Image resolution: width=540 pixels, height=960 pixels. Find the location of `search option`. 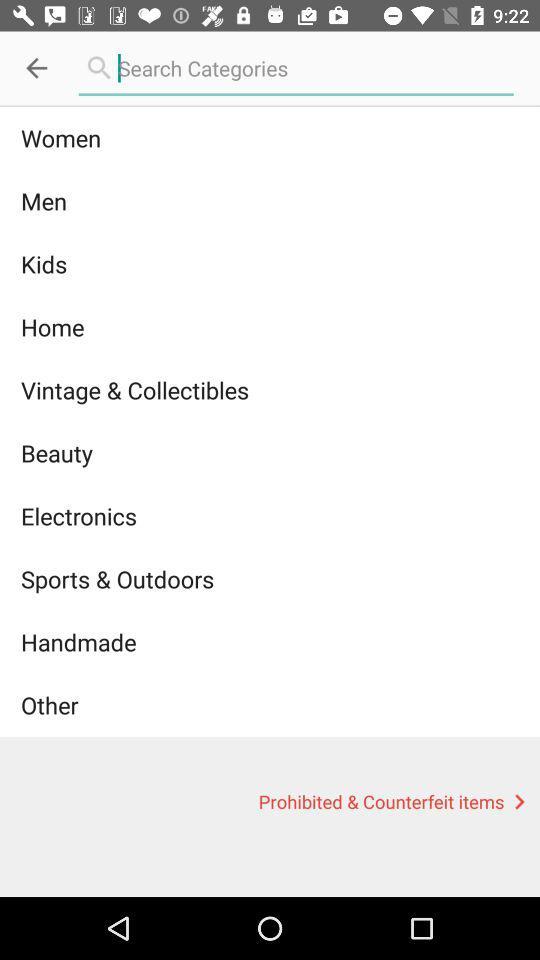

search option is located at coordinates (295, 68).